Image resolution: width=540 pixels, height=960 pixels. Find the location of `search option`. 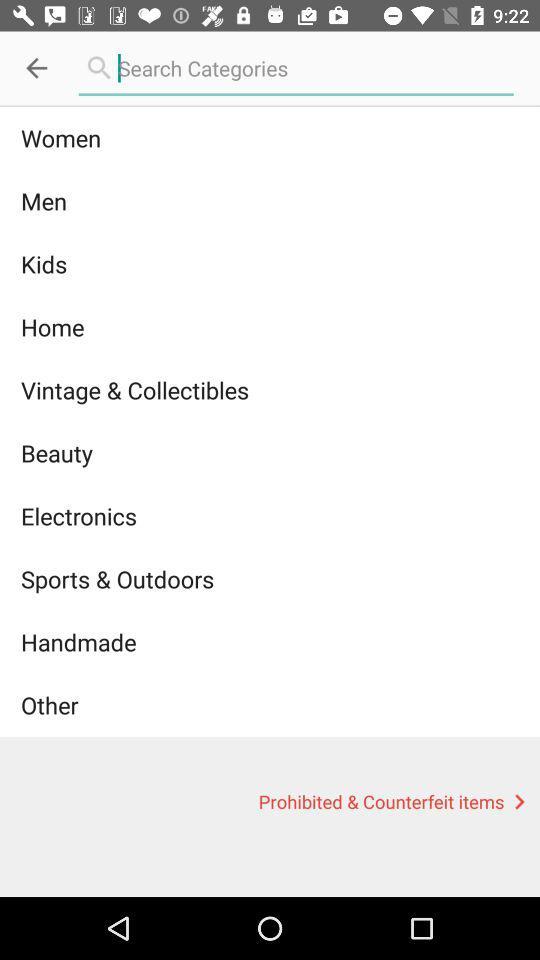

search option is located at coordinates (295, 68).